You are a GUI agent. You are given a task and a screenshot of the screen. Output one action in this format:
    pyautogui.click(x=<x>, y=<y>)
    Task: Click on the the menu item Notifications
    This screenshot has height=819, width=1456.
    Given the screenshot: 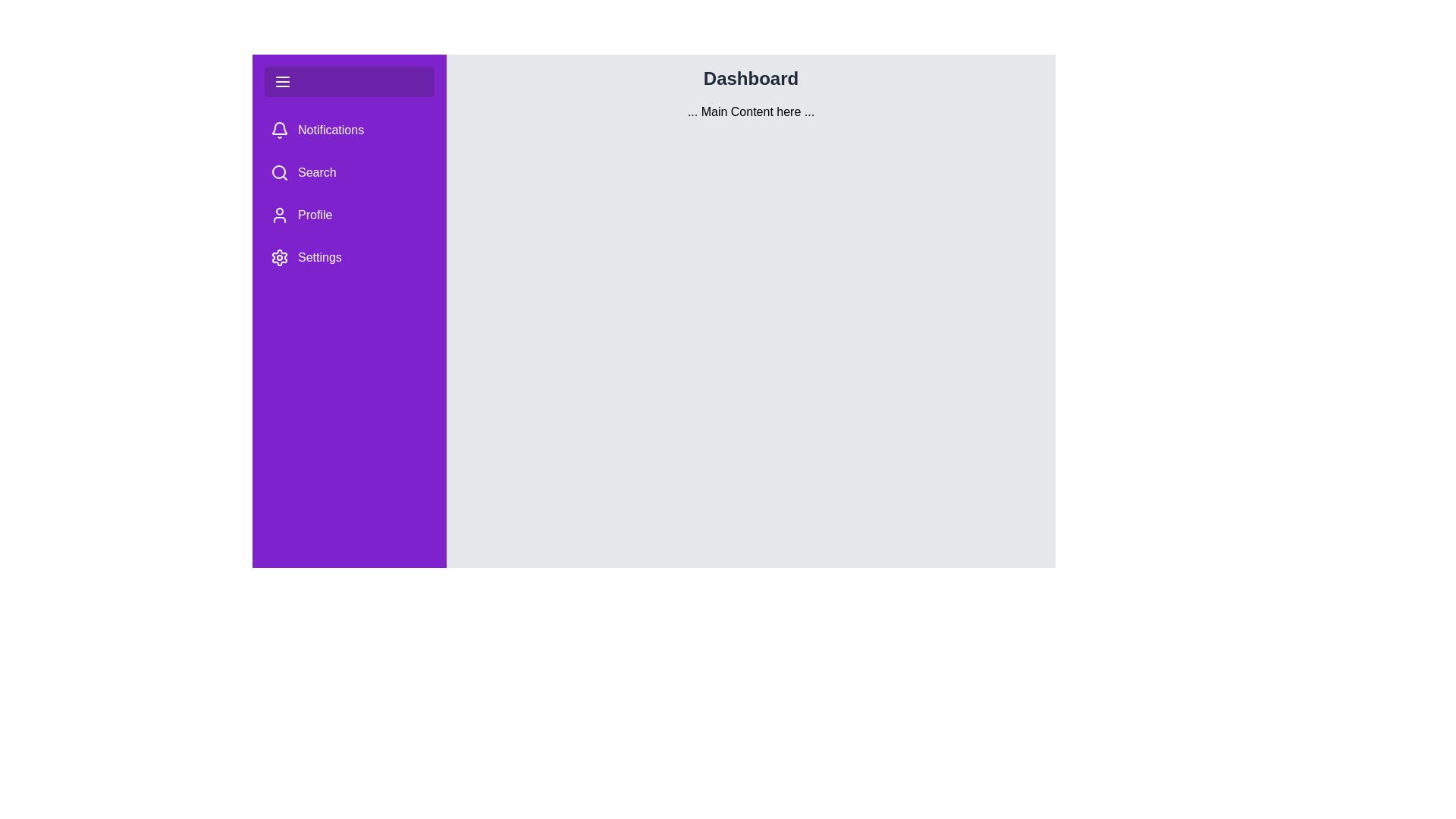 What is the action you would take?
    pyautogui.click(x=348, y=130)
    